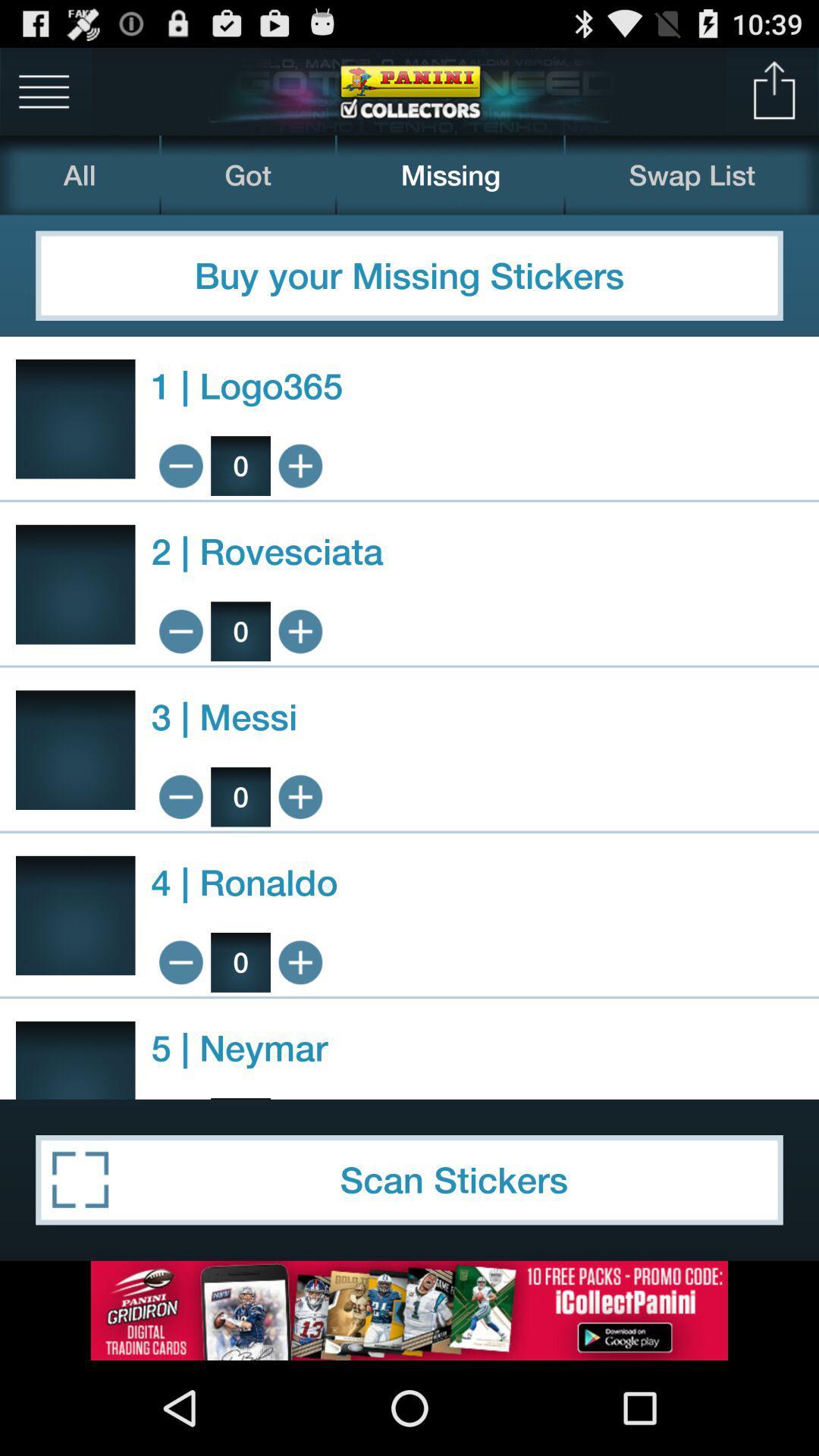 This screenshot has height=1456, width=819. I want to click on upload file, so click(774, 90).